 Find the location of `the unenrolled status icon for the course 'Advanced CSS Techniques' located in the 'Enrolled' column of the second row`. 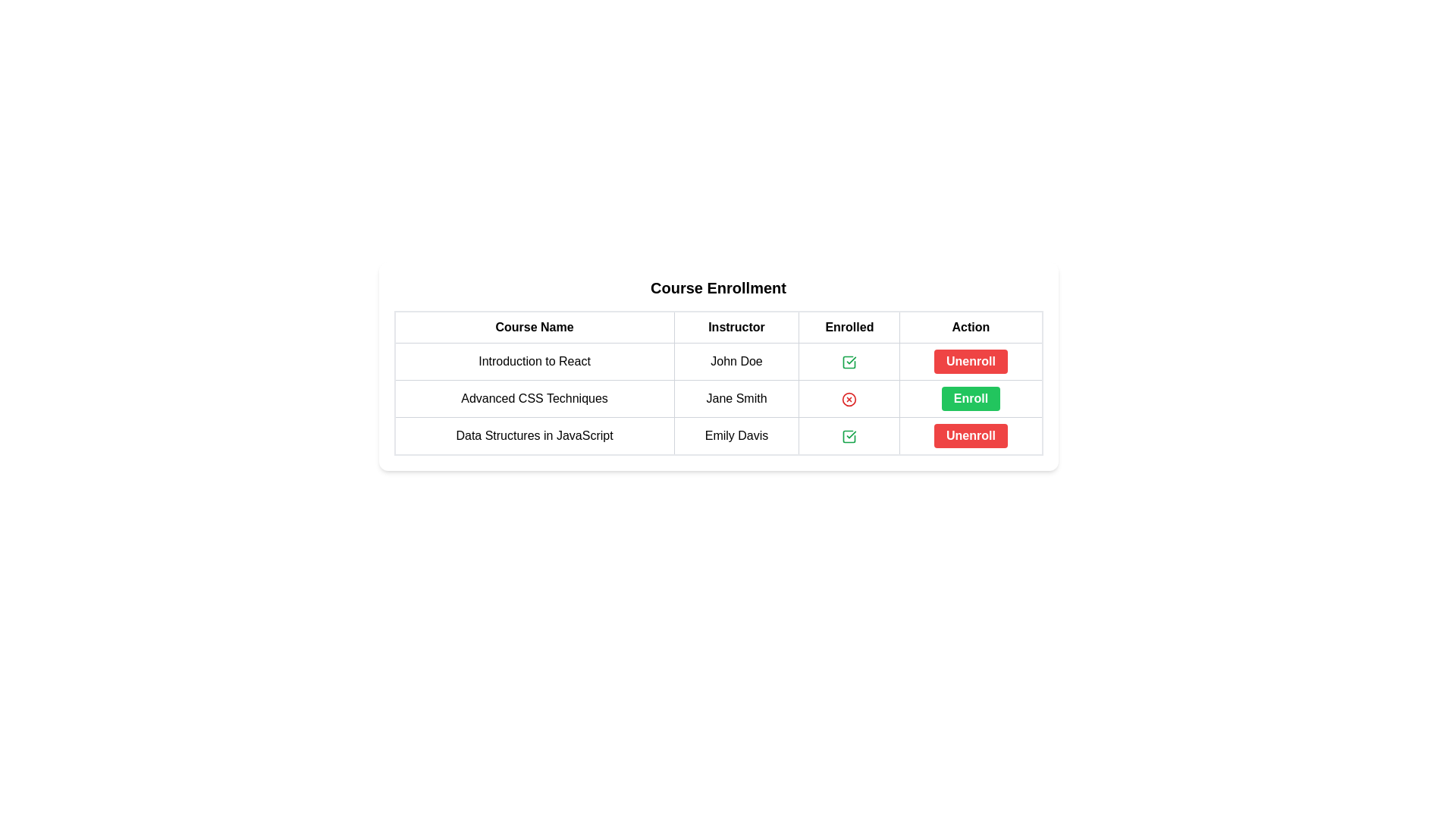

the unenrolled status icon for the course 'Advanced CSS Techniques' located in the 'Enrolled' column of the second row is located at coordinates (849, 398).